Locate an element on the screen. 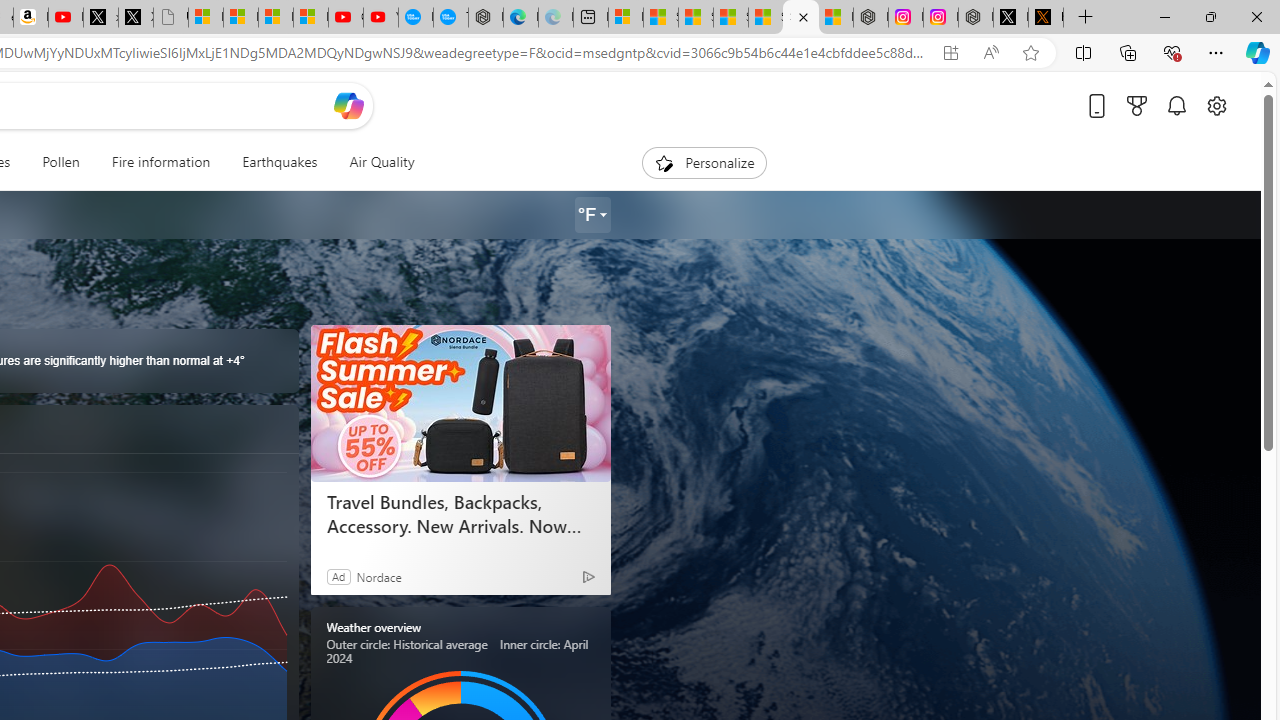  'Weather settings' is located at coordinates (591, 215).